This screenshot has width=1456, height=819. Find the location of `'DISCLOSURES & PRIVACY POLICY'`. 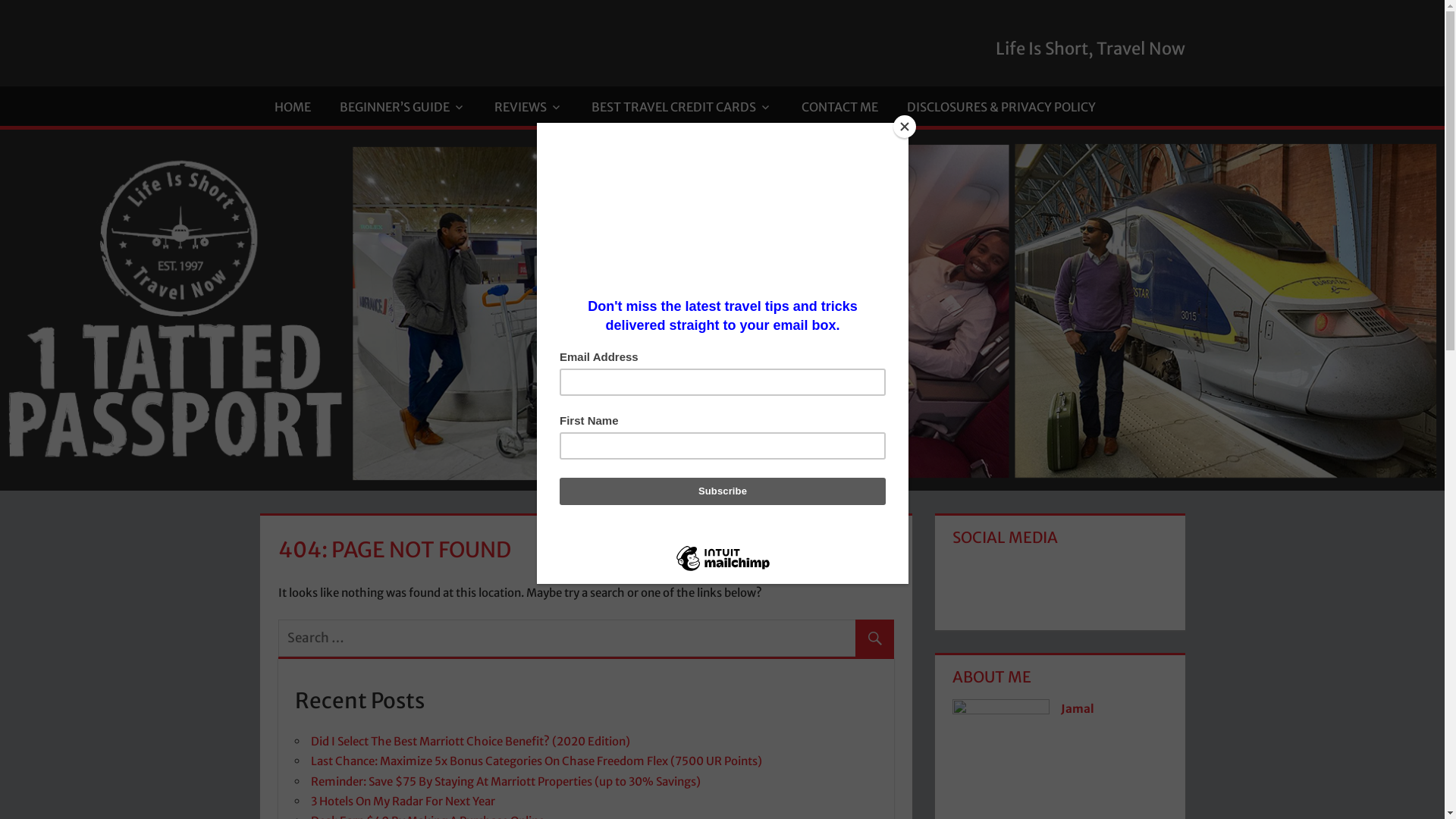

'DISCLOSURES & PRIVACY POLICY' is located at coordinates (1001, 105).